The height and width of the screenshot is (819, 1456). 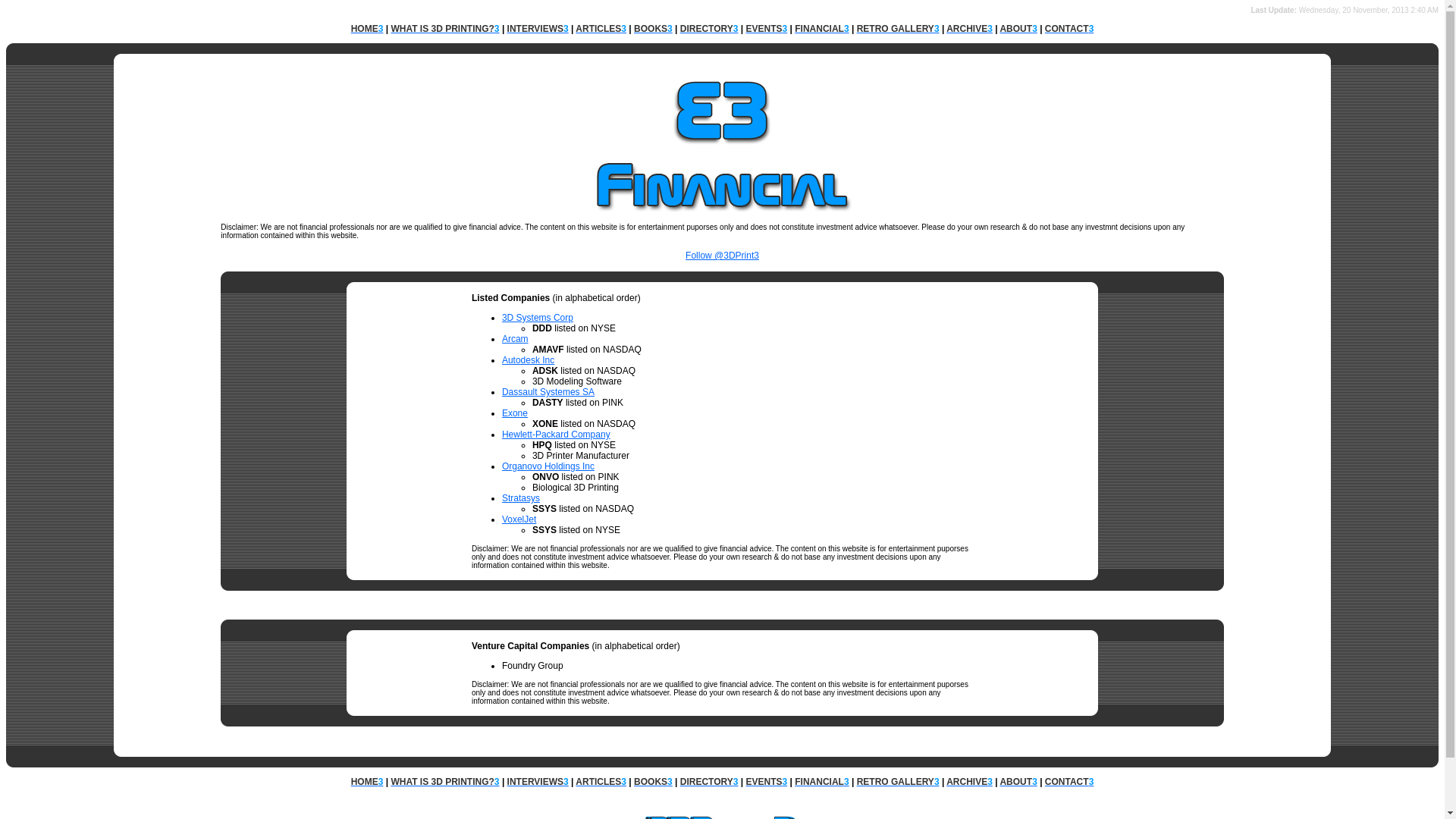 What do you see at coordinates (600, 29) in the screenshot?
I see `'ARTICLES3'` at bounding box center [600, 29].